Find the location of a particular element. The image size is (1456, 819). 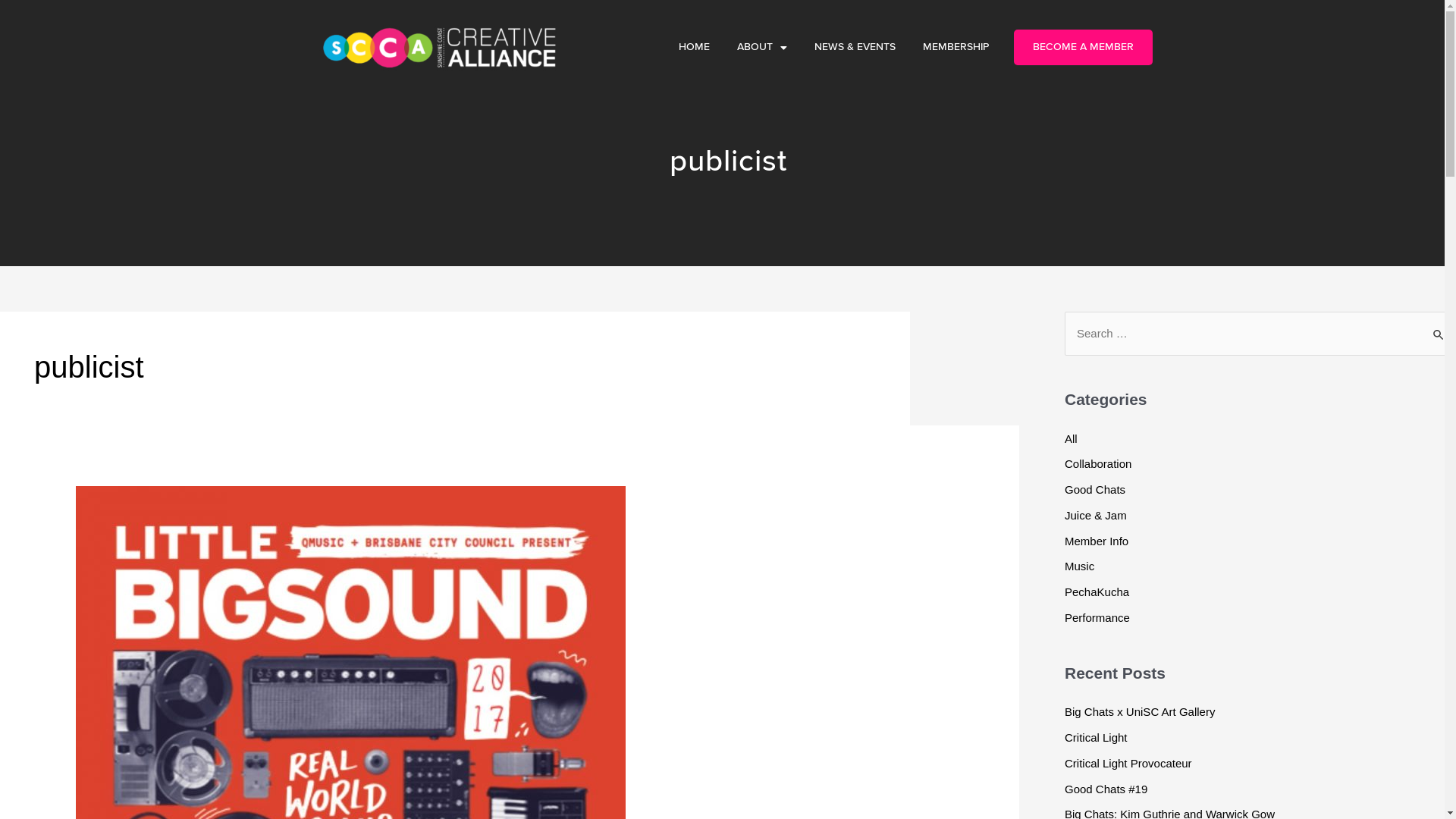

'Critical Light Provocateur' is located at coordinates (1128, 763).